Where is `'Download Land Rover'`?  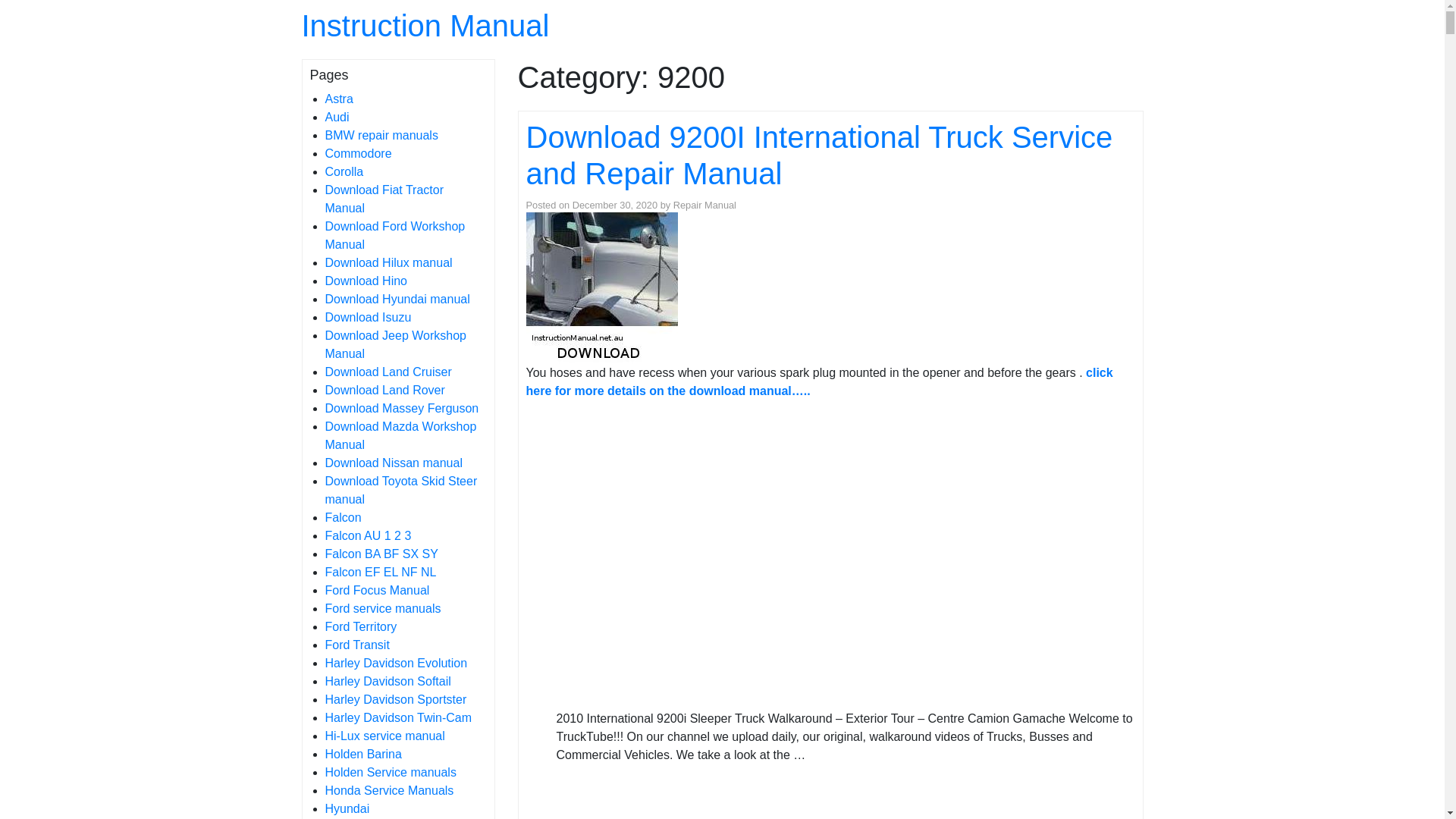
'Download Land Rover' is located at coordinates (384, 389).